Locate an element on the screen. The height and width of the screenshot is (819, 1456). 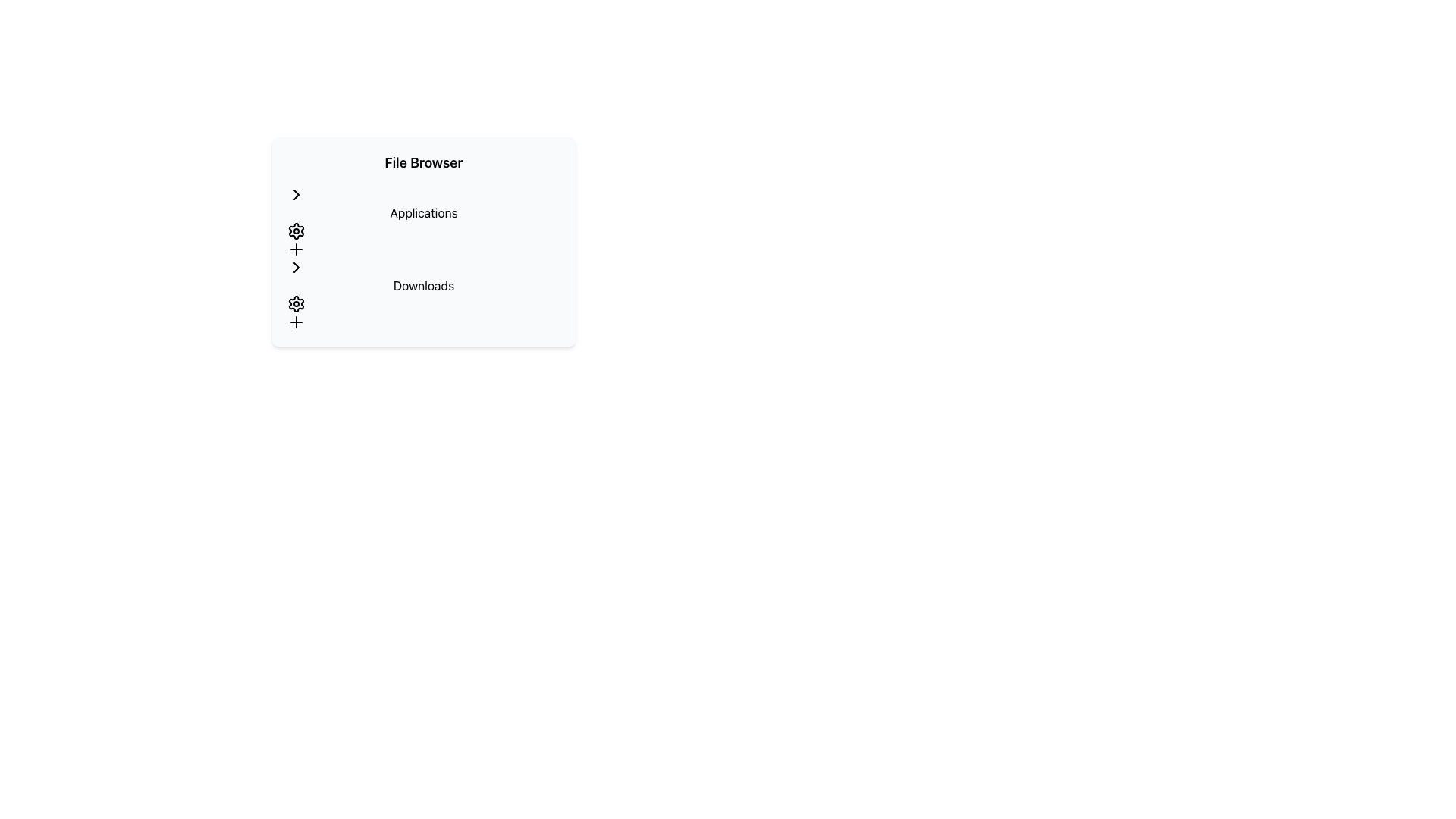
the second chevron icon adjacent to the 'Downloads' label in the 'File Browser' menu is located at coordinates (296, 267).